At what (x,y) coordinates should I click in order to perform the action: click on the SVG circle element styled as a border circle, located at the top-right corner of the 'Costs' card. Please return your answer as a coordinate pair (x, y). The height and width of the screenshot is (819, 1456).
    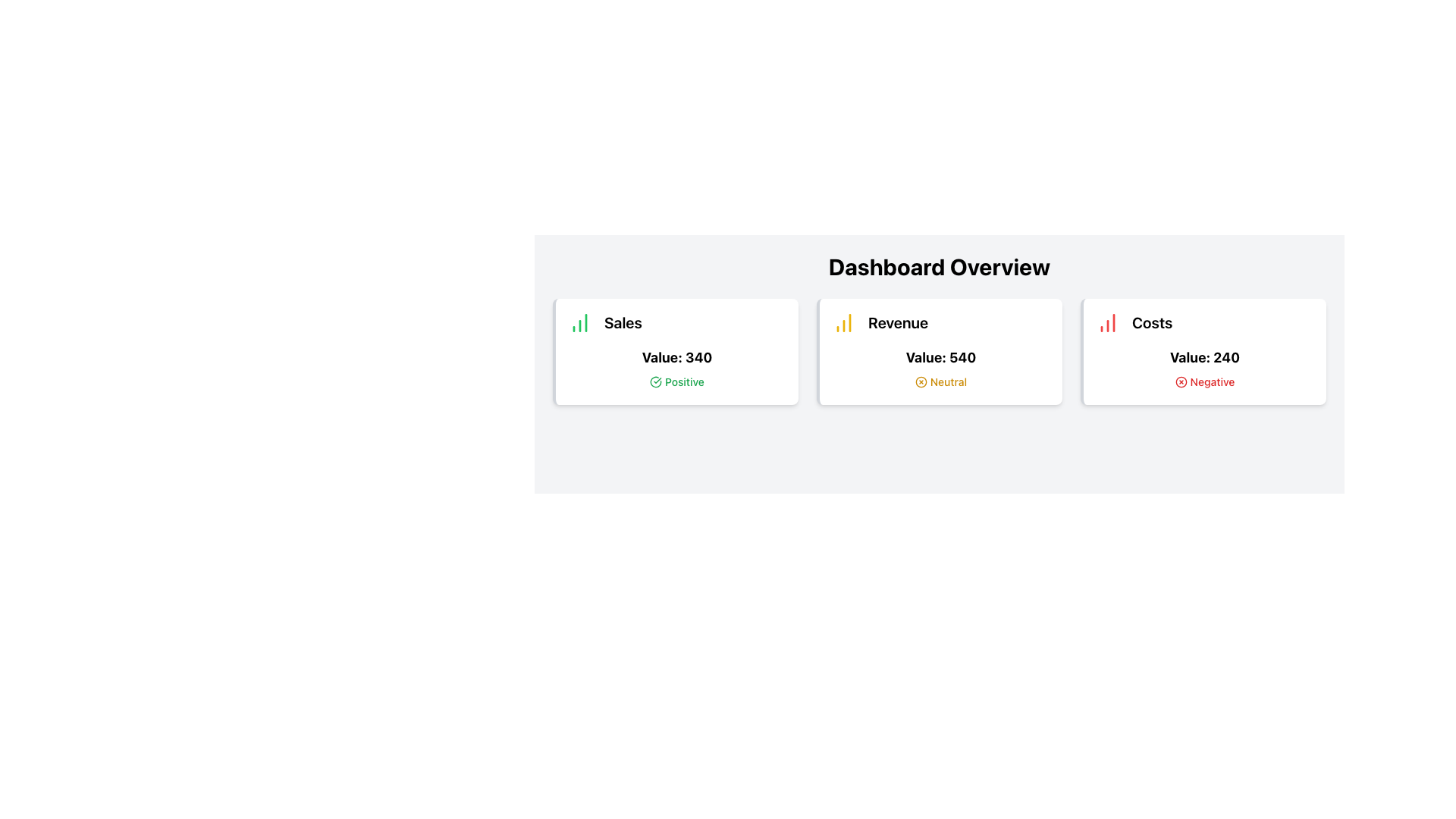
    Looking at the image, I should click on (1180, 381).